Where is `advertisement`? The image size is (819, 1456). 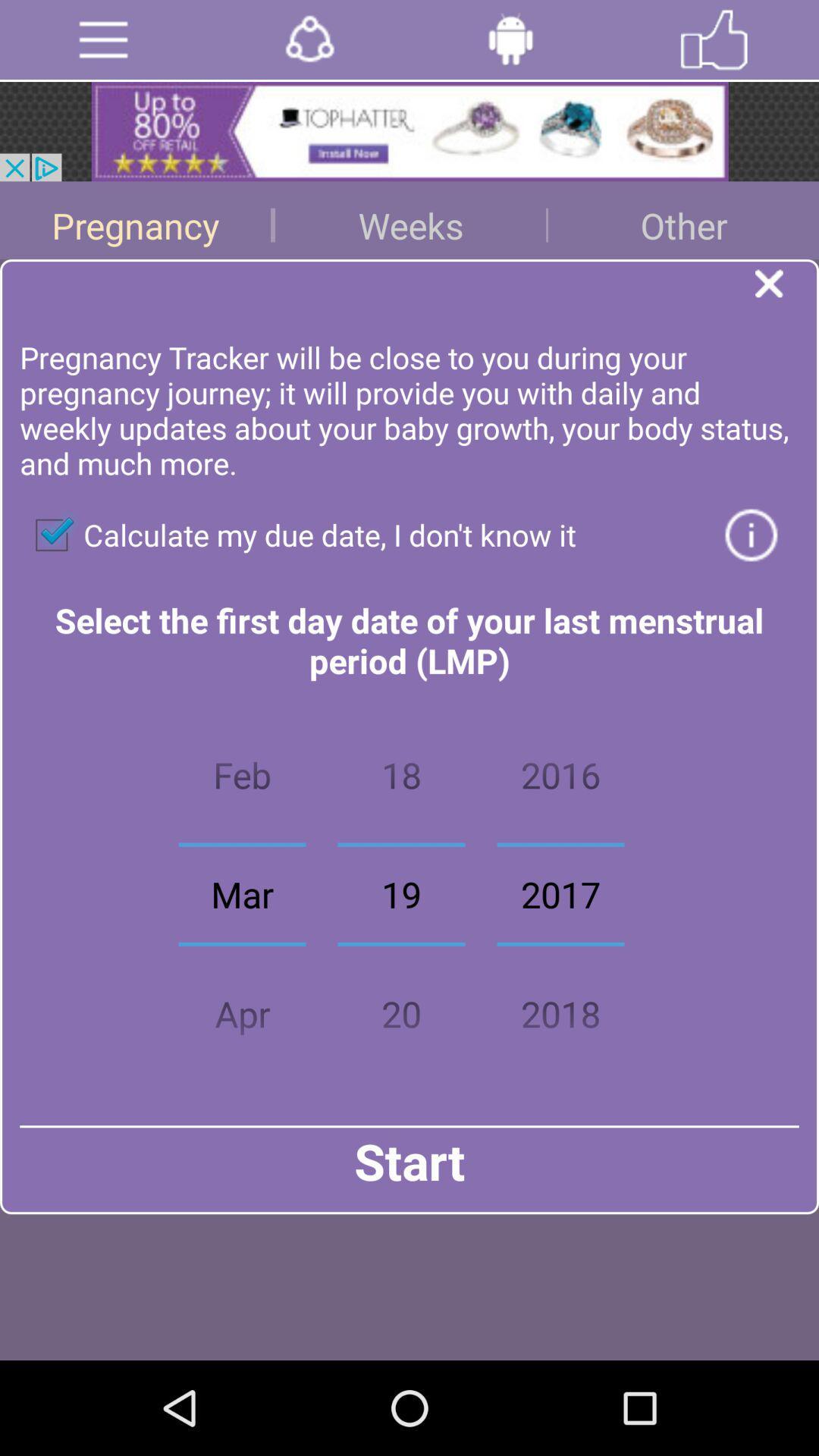 advertisement is located at coordinates (309, 39).